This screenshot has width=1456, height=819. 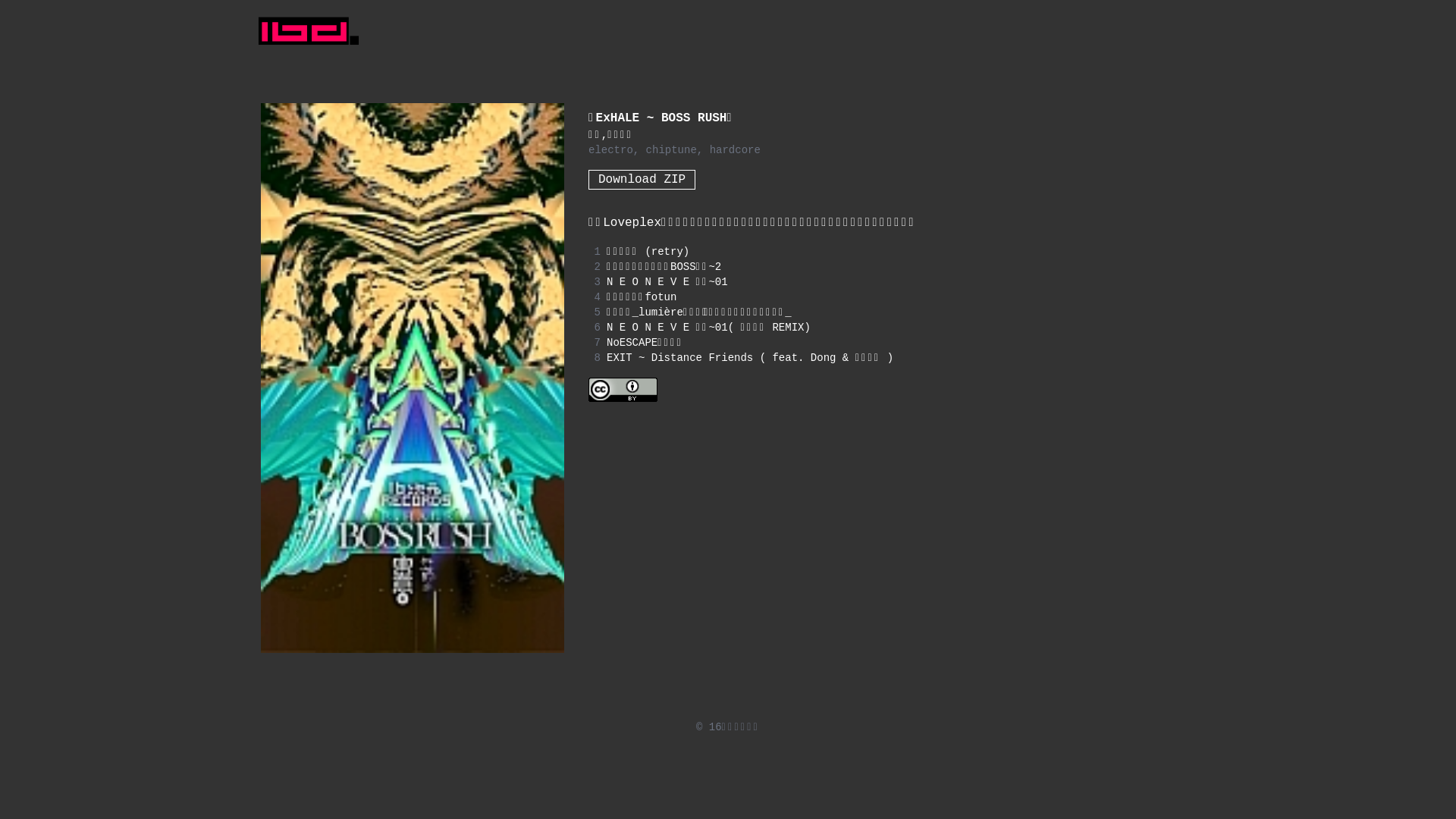 I want to click on 'Download ZIP', so click(x=642, y=178).